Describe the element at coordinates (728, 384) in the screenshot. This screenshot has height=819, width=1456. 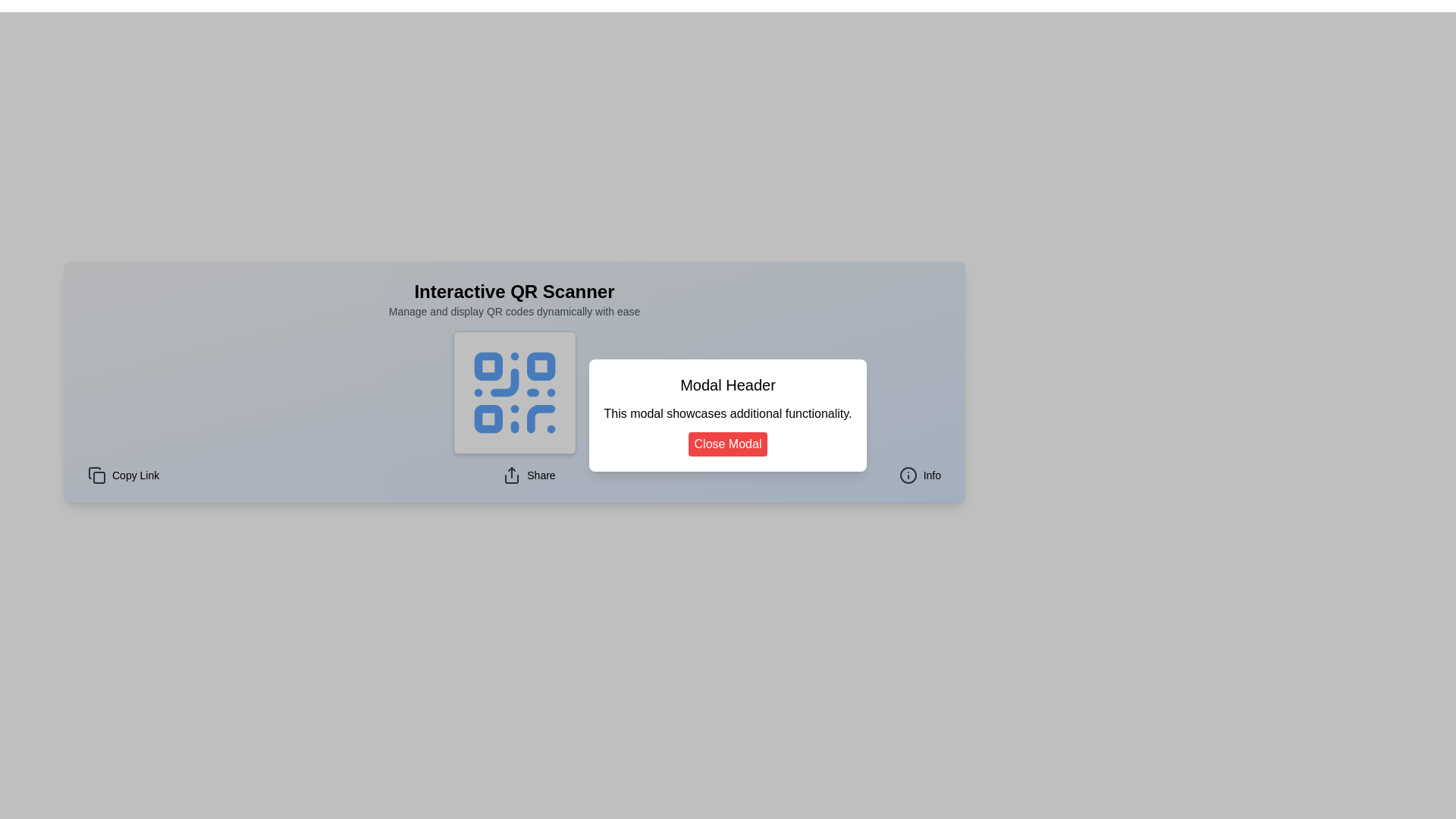
I see `the text header displaying 'Modal Header' located at the top of the modal dialog box, above the descriptive text and 'Close Modal' button` at that location.